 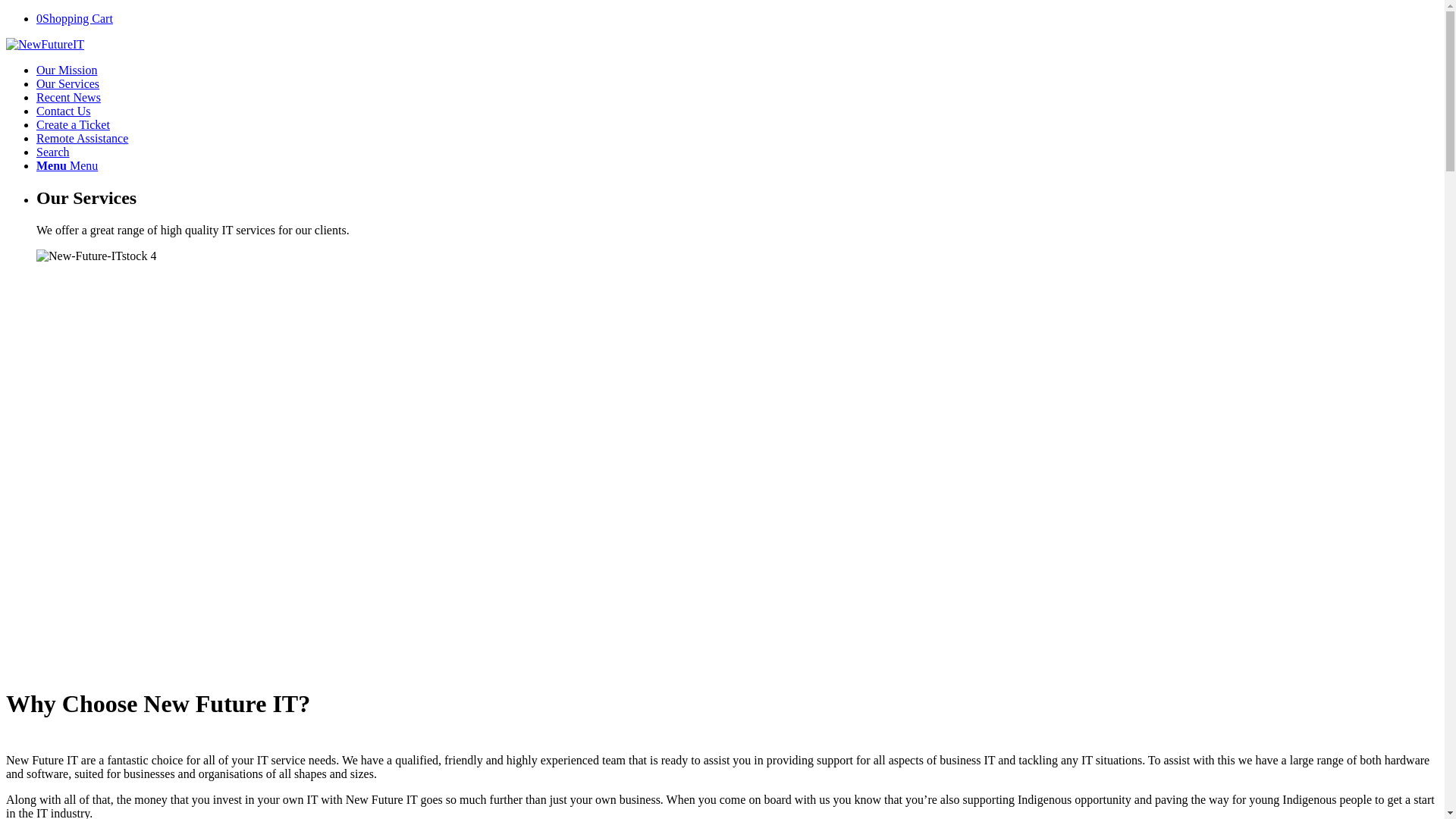 I want to click on 'Our Services', so click(x=36, y=83).